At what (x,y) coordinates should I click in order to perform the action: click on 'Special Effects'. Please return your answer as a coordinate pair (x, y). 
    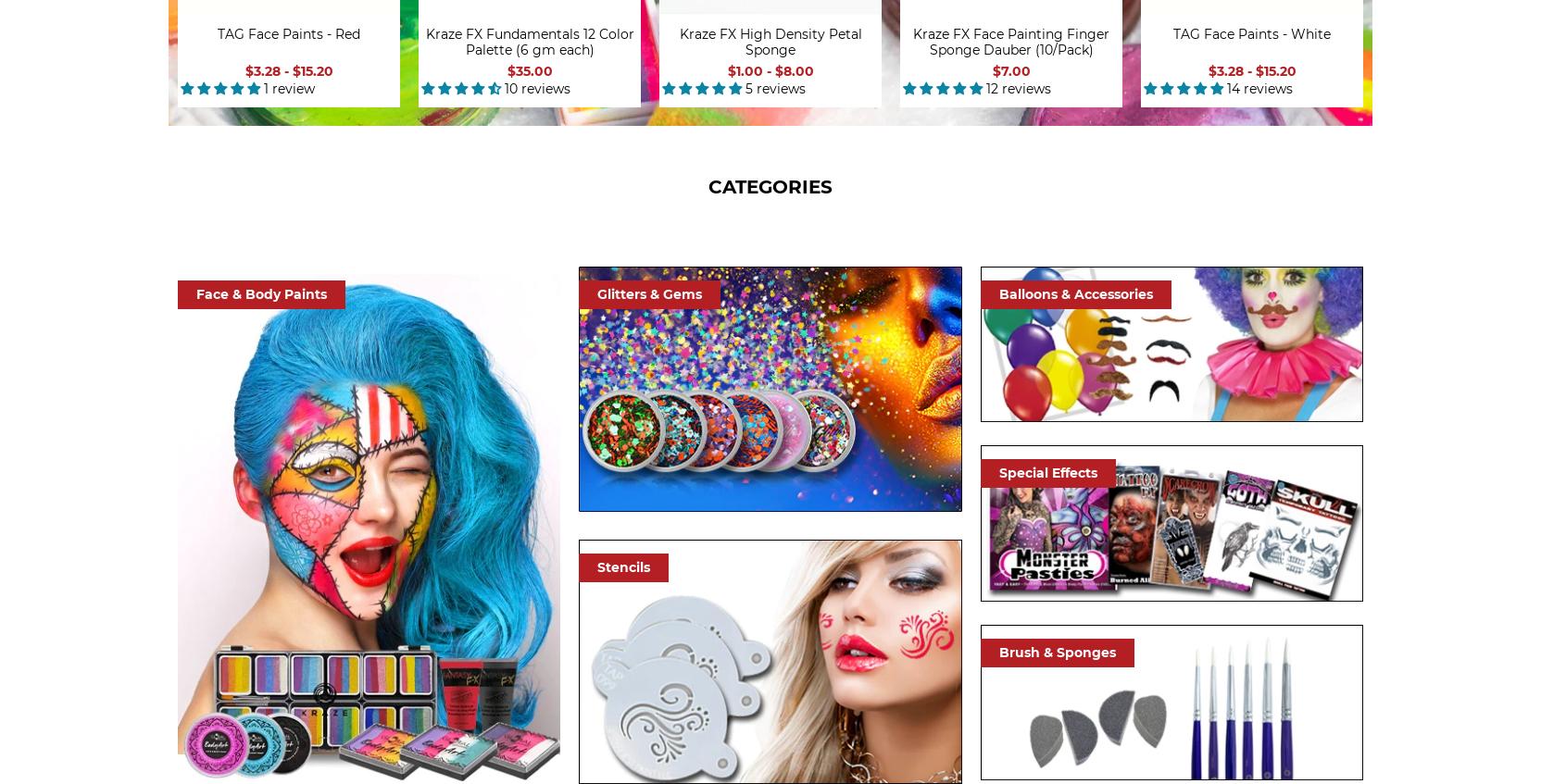
    Looking at the image, I should click on (1046, 471).